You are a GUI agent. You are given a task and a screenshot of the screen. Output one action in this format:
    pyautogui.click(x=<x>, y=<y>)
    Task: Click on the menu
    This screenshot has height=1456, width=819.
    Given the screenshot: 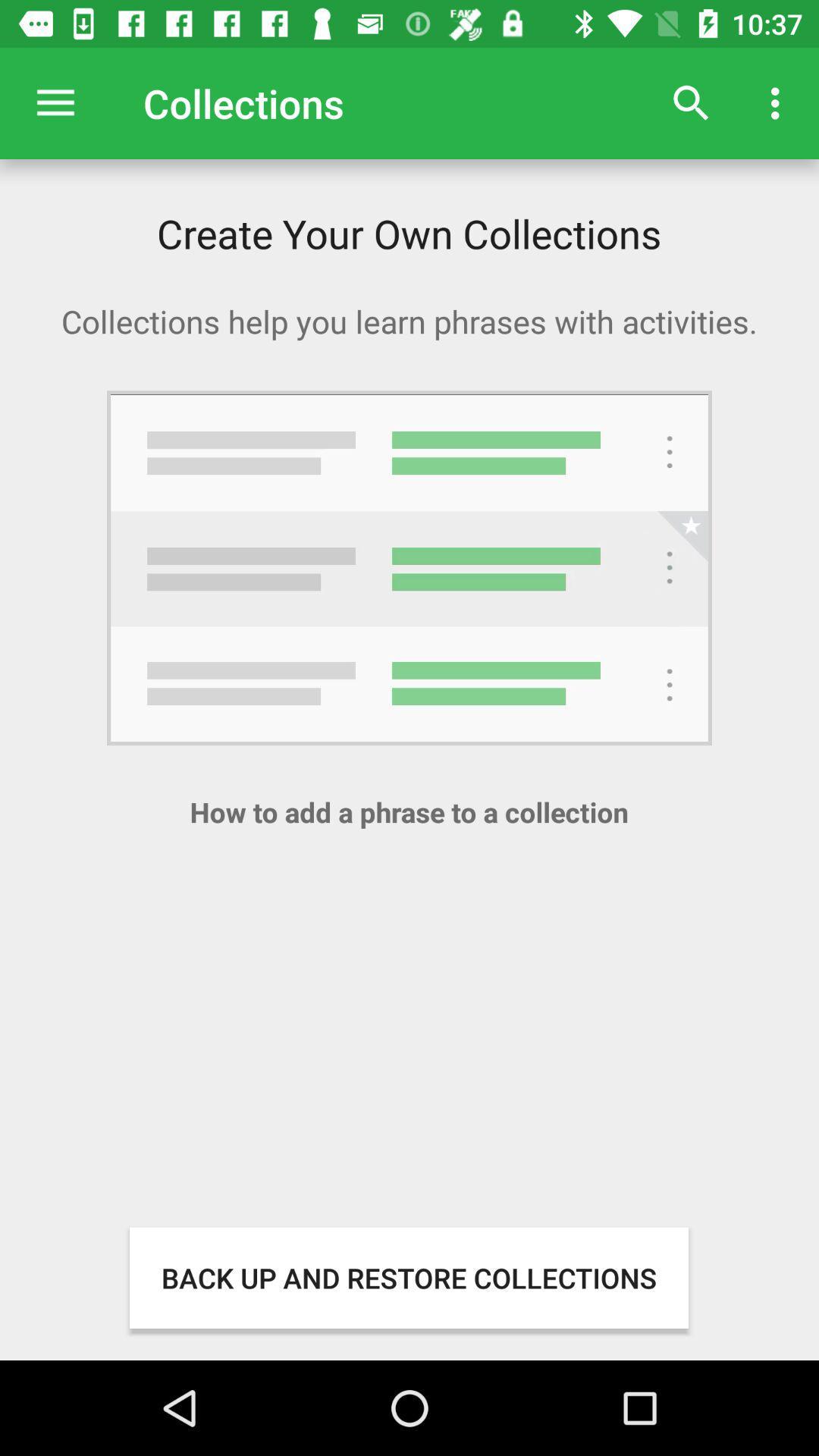 What is the action you would take?
    pyautogui.click(x=55, y=102)
    